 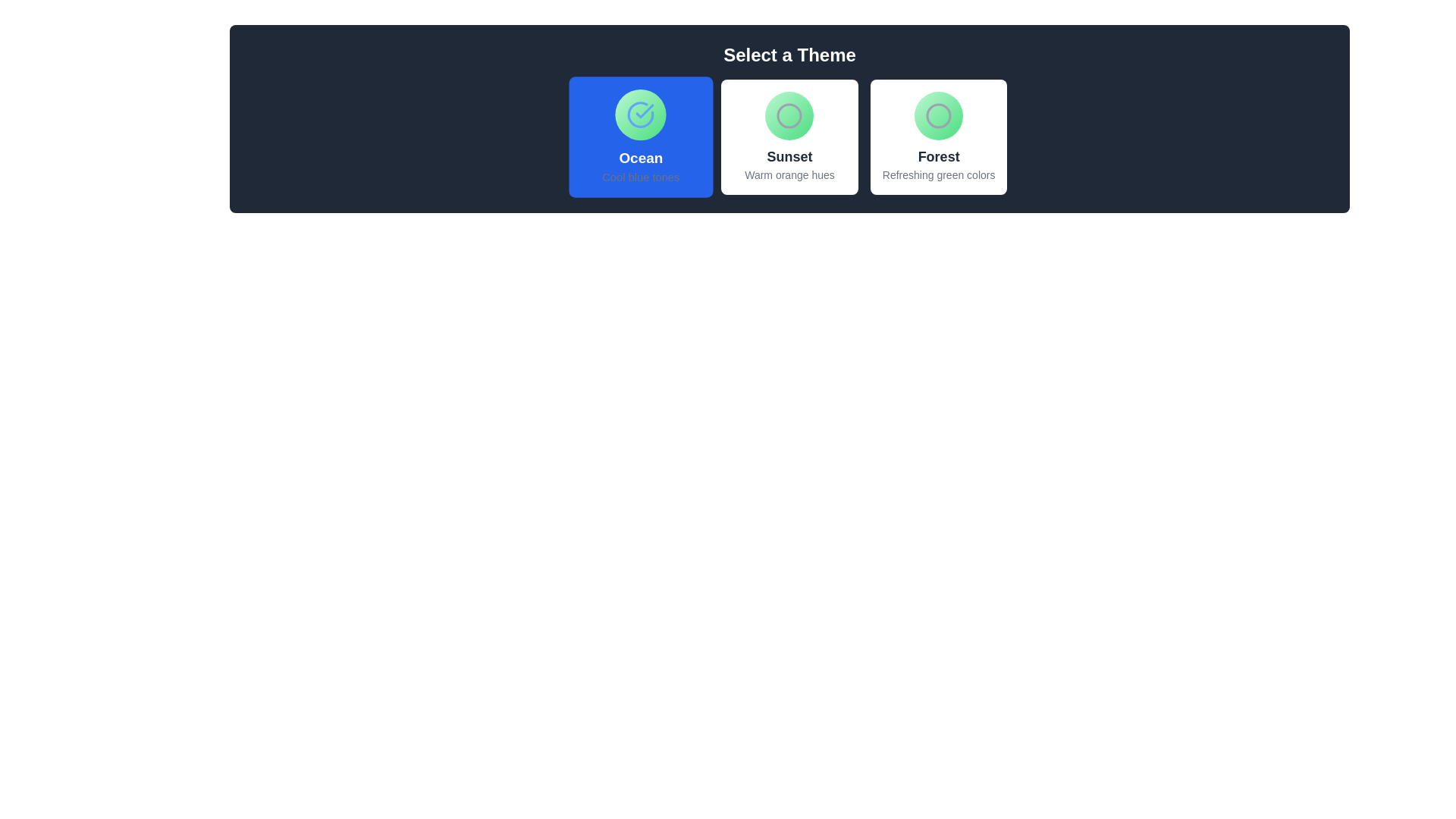 What do you see at coordinates (645, 110) in the screenshot?
I see `the graphical SVG checkmark icon with a blue stroke within the circular boundary, which signifies selection or confirmation in the Ocean theme` at bounding box center [645, 110].